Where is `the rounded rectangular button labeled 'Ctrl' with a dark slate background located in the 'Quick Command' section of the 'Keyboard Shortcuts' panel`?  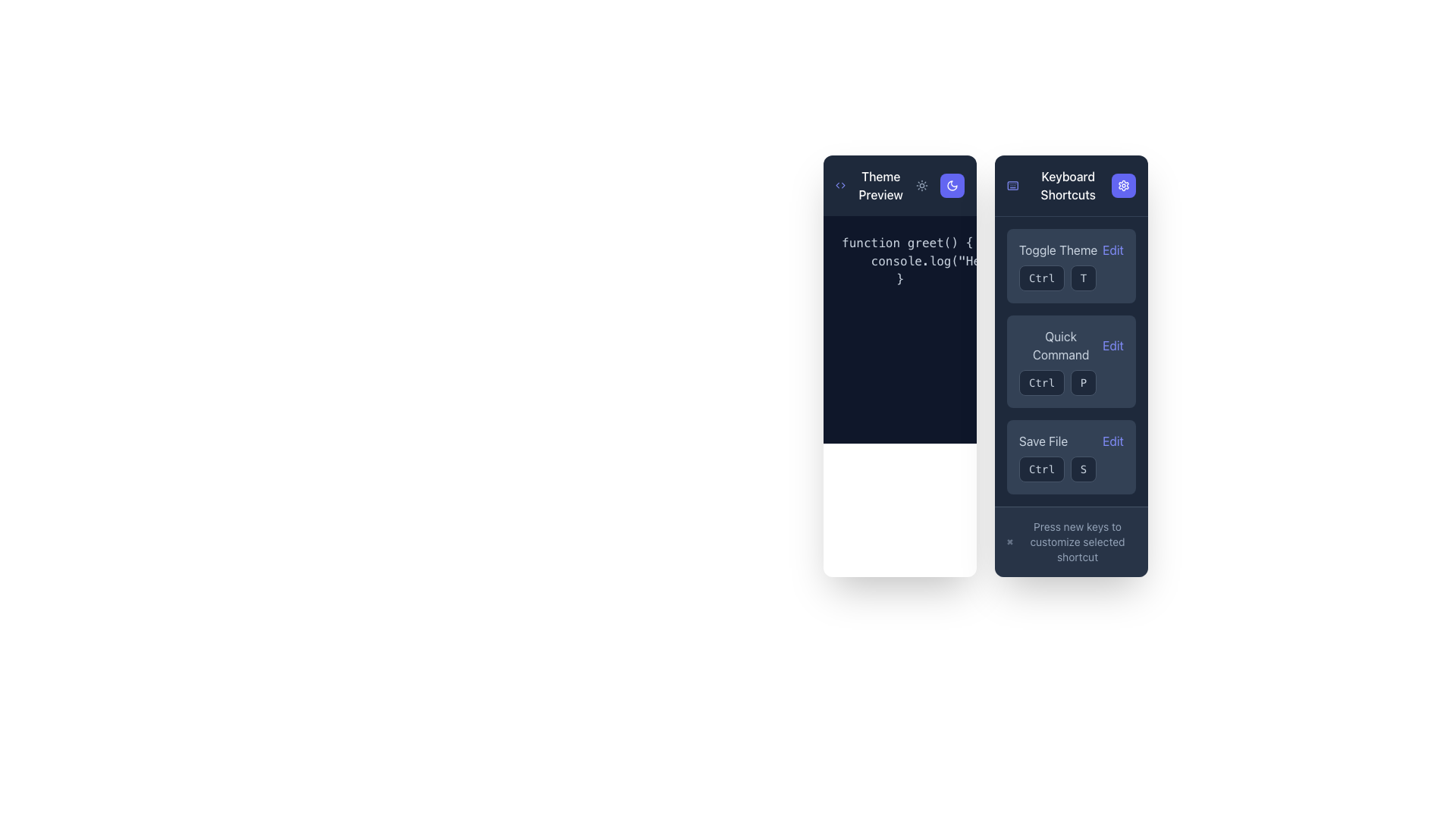 the rounded rectangular button labeled 'Ctrl' with a dark slate background located in the 'Quick Command' section of the 'Keyboard Shortcuts' panel is located at coordinates (1040, 382).